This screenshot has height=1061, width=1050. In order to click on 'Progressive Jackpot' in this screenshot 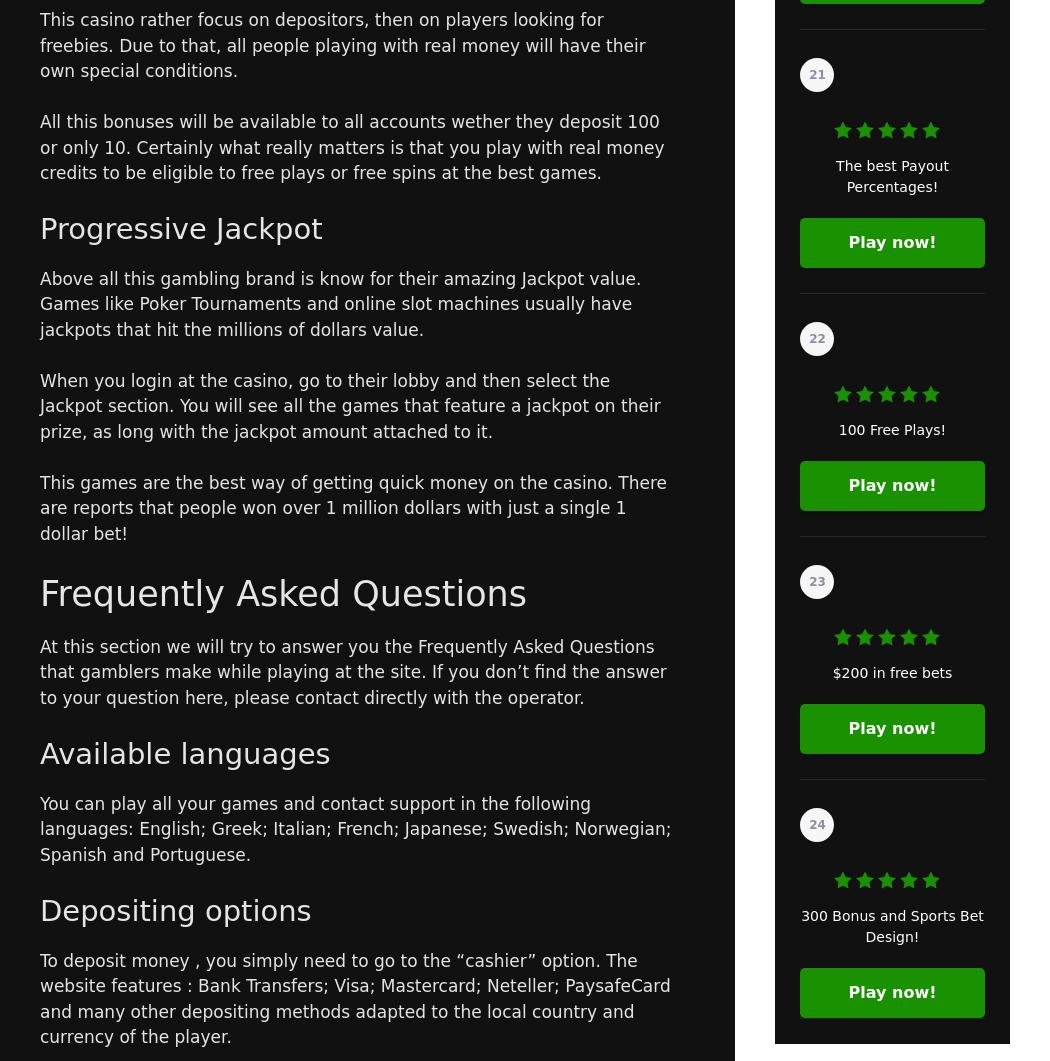, I will do `click(181, 227)`.